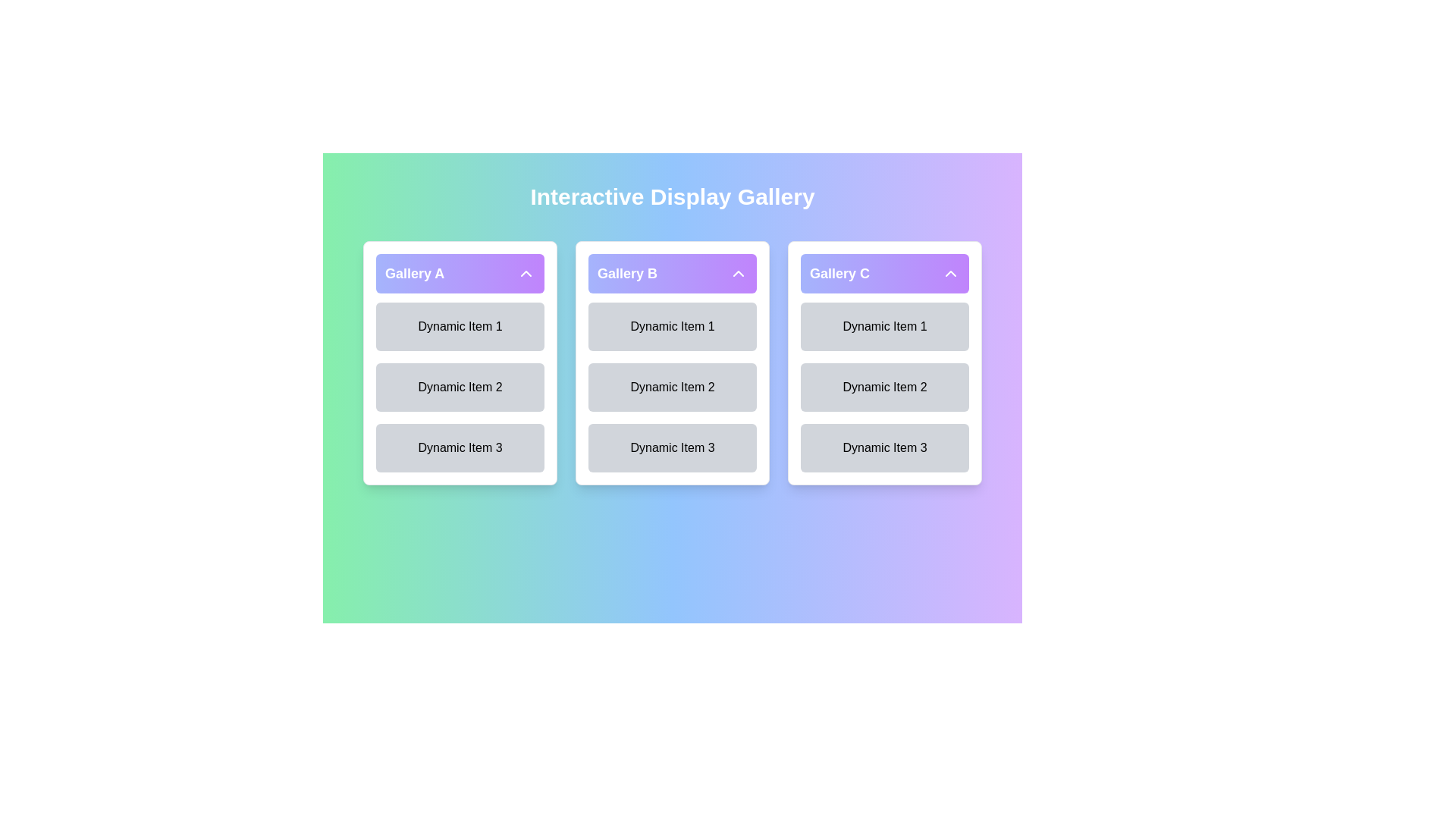 This screenshot has width=1456, height=819. I want to click on the button representing 'Dynamic Item 3' in the 'Gallery B', so click(672, 447).